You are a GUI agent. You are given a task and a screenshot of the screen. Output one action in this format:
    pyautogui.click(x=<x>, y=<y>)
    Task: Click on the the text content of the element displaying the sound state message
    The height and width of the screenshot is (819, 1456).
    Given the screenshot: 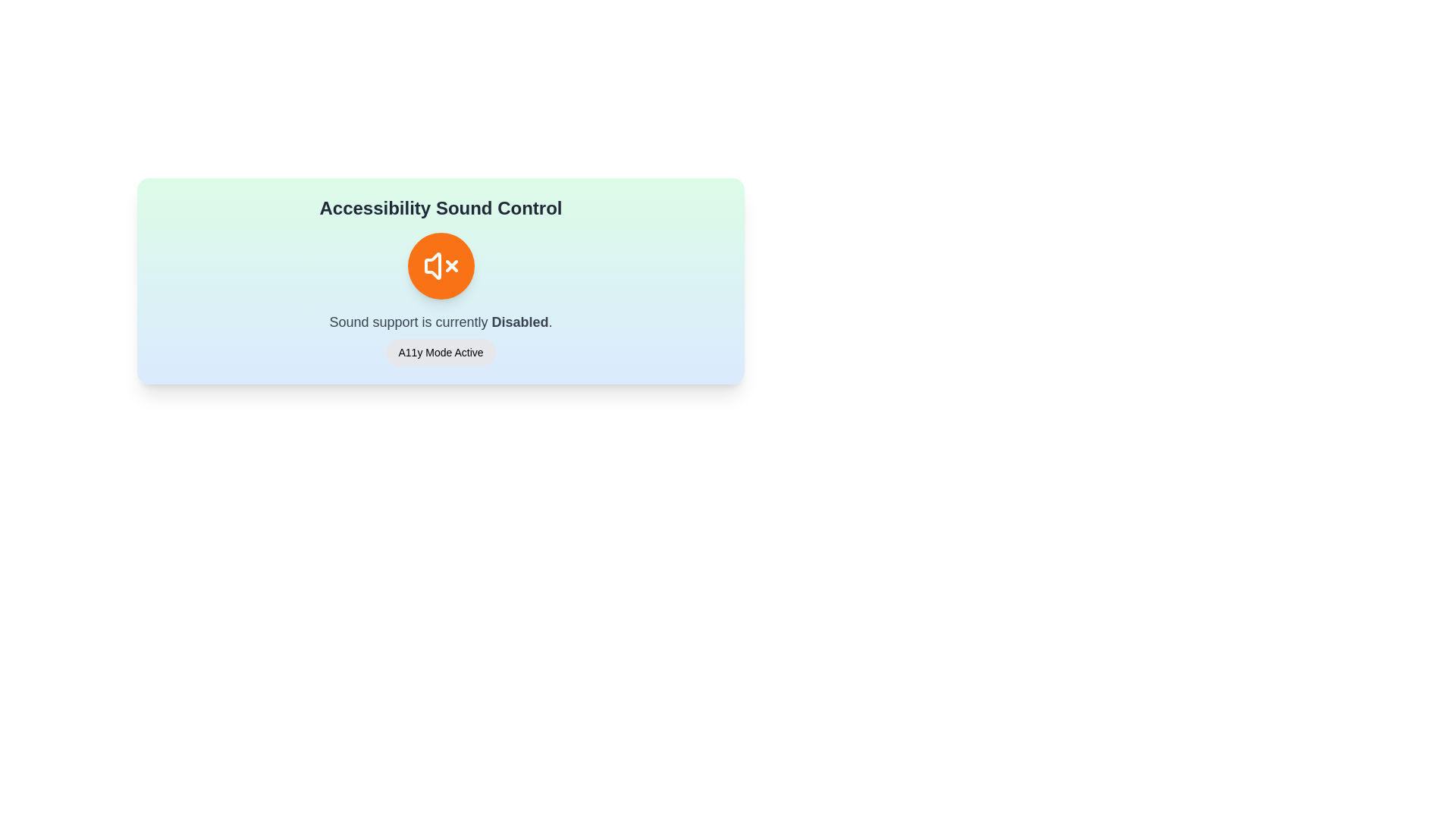 What is the action you would take?
    pyautogui.click(x=440, y=321)
    